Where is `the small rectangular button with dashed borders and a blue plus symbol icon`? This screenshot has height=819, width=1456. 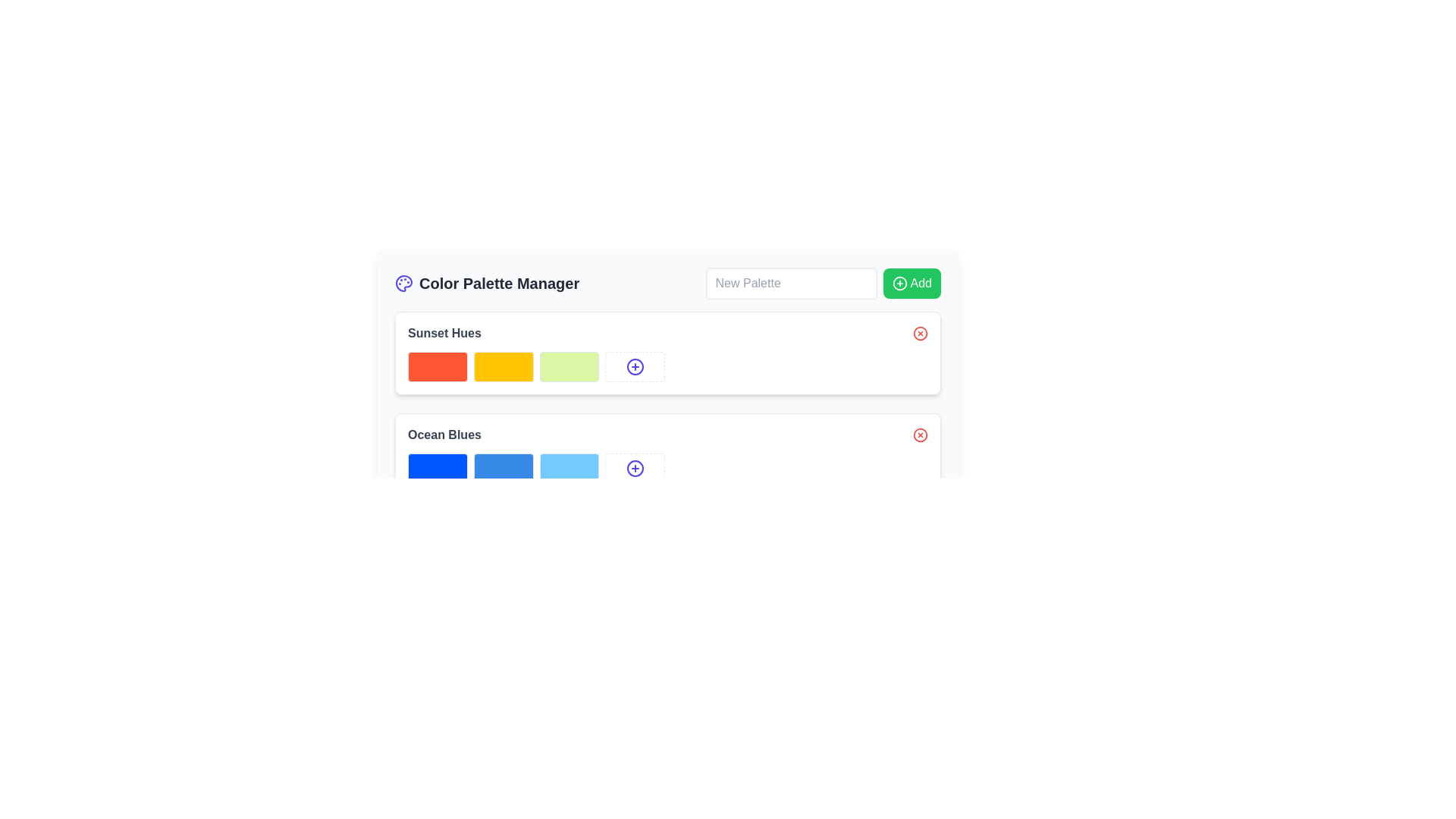 the small rectangular button with dashed borders and a blue plus symbol icon is located at coordinates (635, 366).